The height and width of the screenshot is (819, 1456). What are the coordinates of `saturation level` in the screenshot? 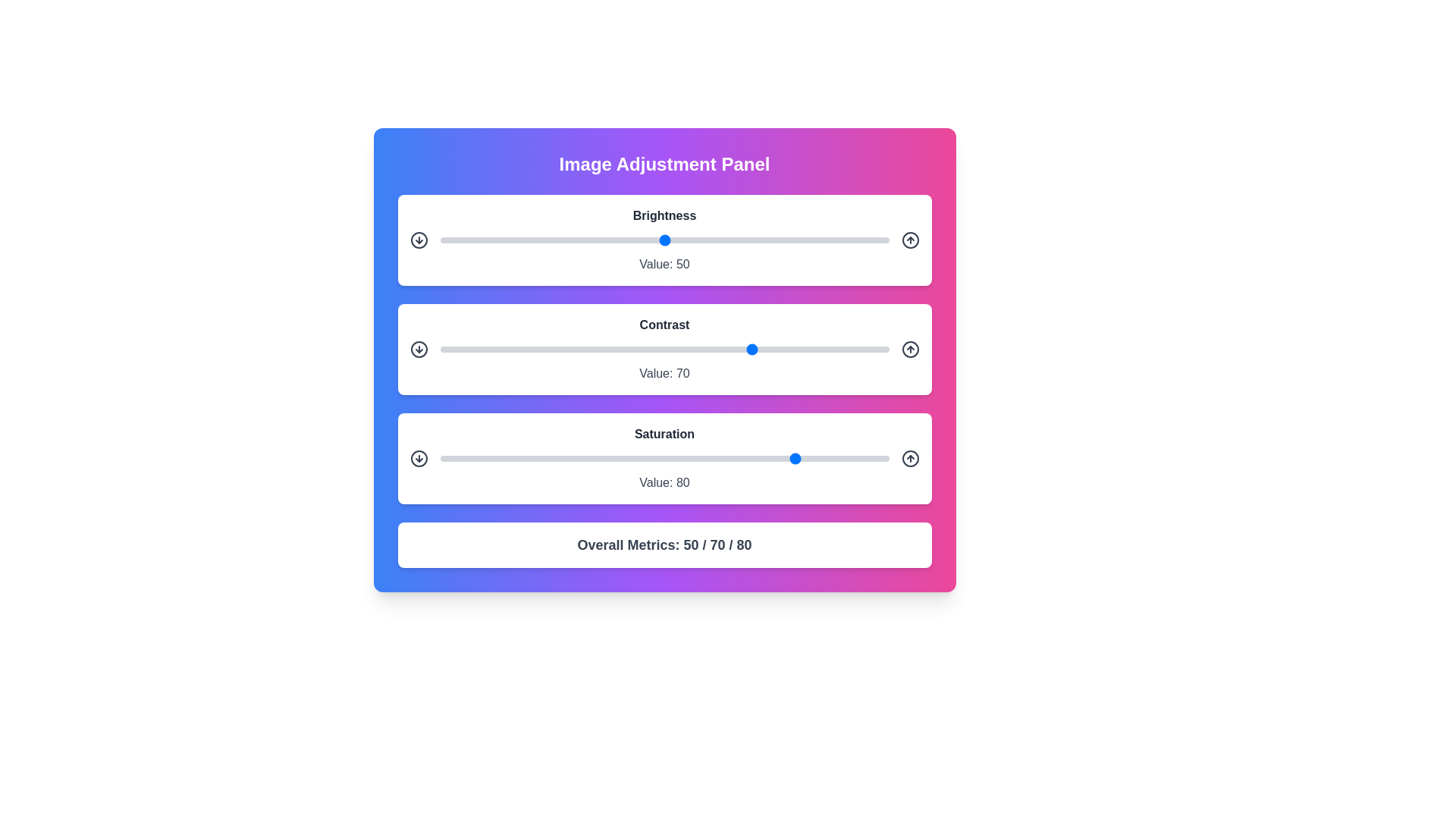 It's located at (494, 458).